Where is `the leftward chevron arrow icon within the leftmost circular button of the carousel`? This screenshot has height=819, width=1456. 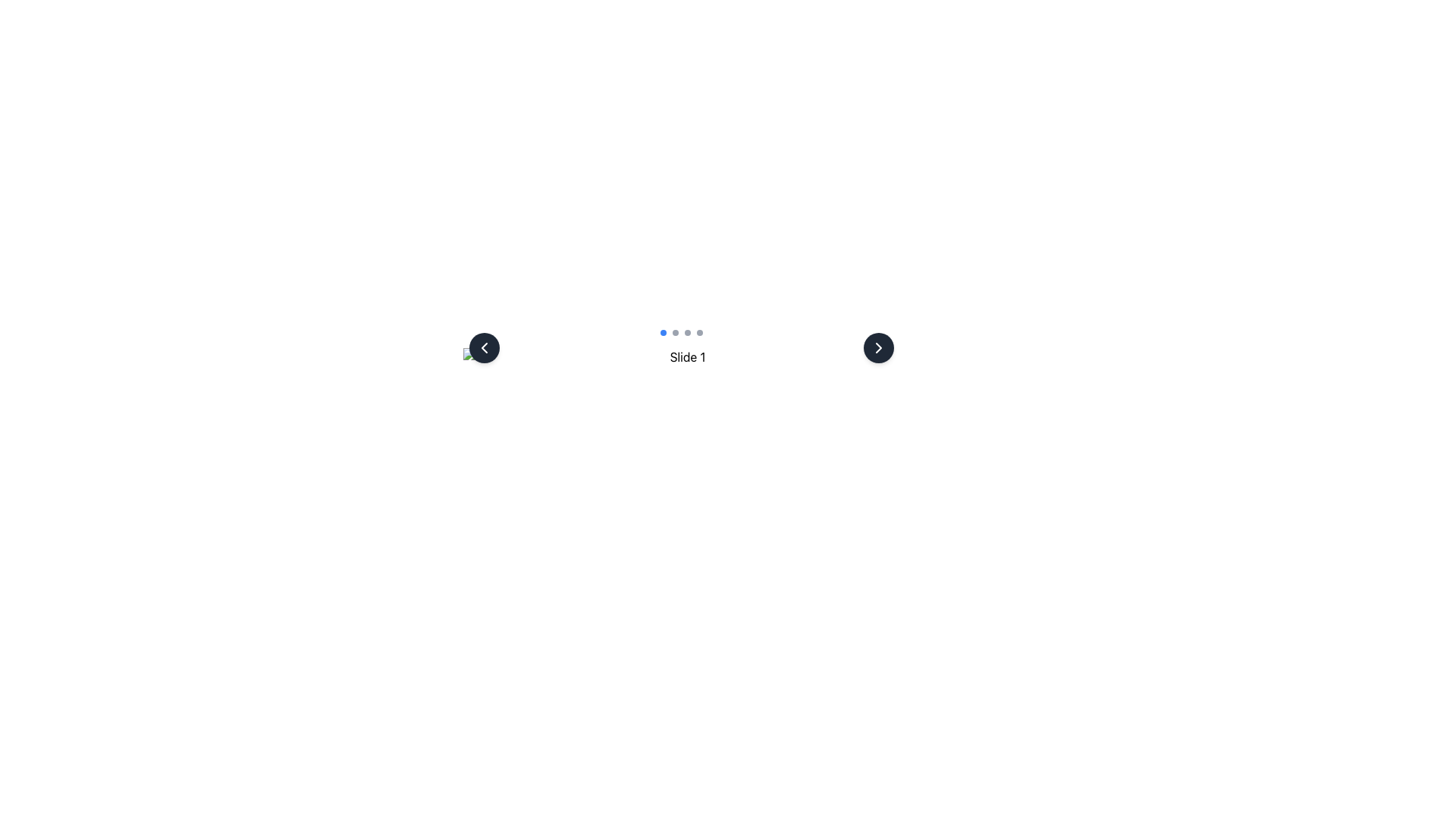 the leftward chevron arrow icon within the leftmost circular button of the carousel is located at coordinates (483, 348).